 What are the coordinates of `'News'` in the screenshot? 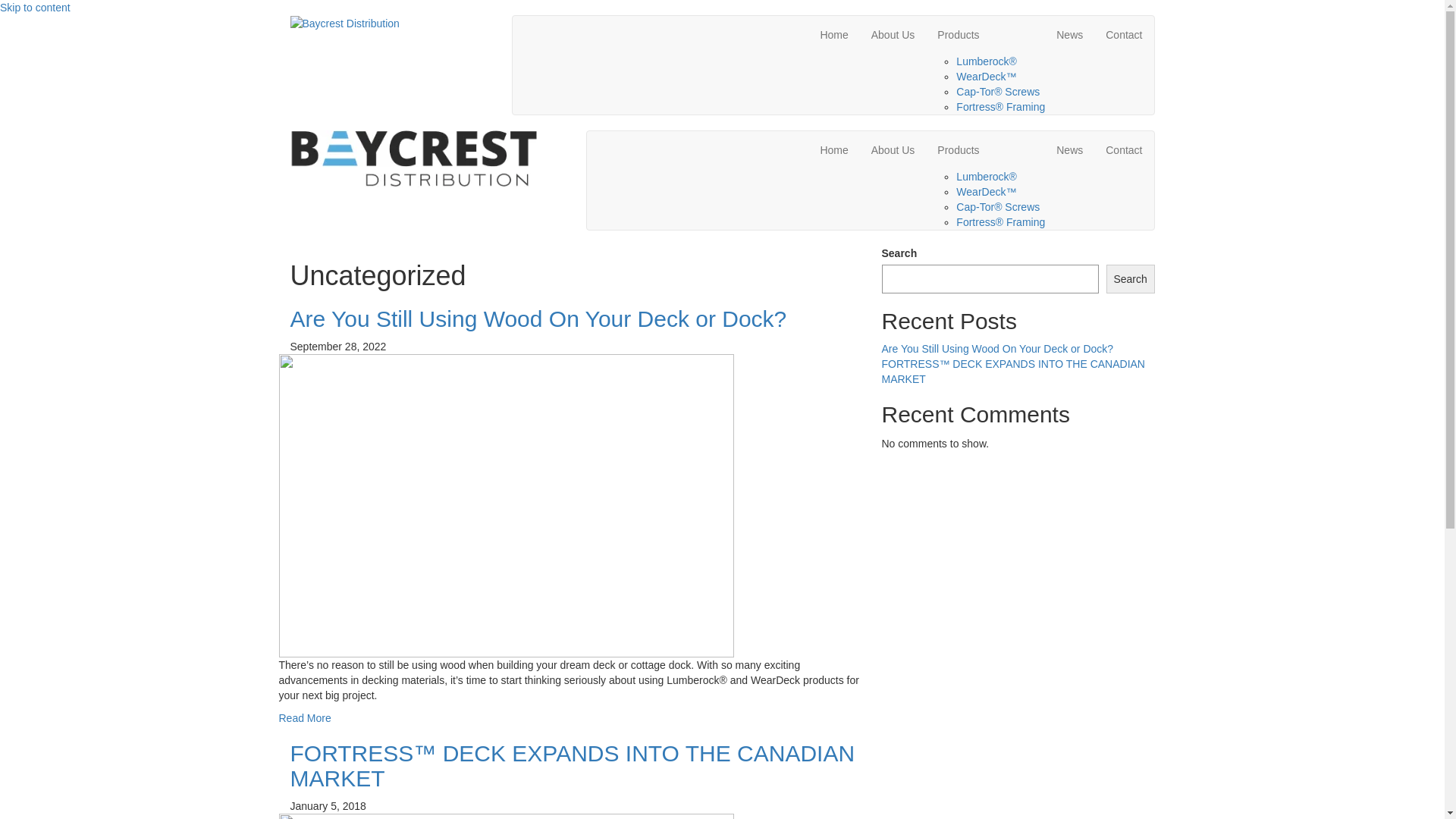 It's located at (1068, 34).